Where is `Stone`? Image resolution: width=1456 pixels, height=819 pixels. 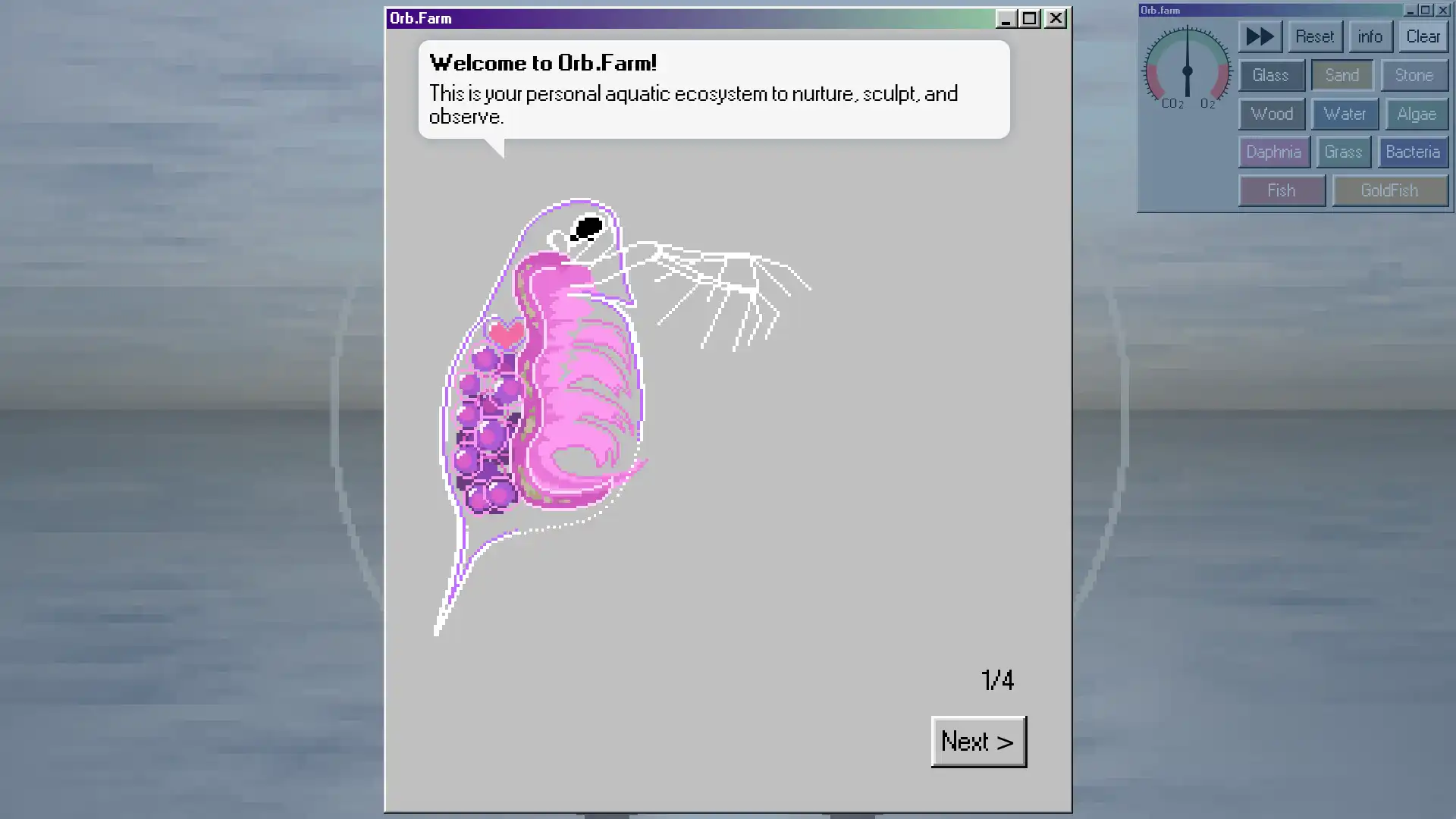 Stone is located at coordinates (754, 39).